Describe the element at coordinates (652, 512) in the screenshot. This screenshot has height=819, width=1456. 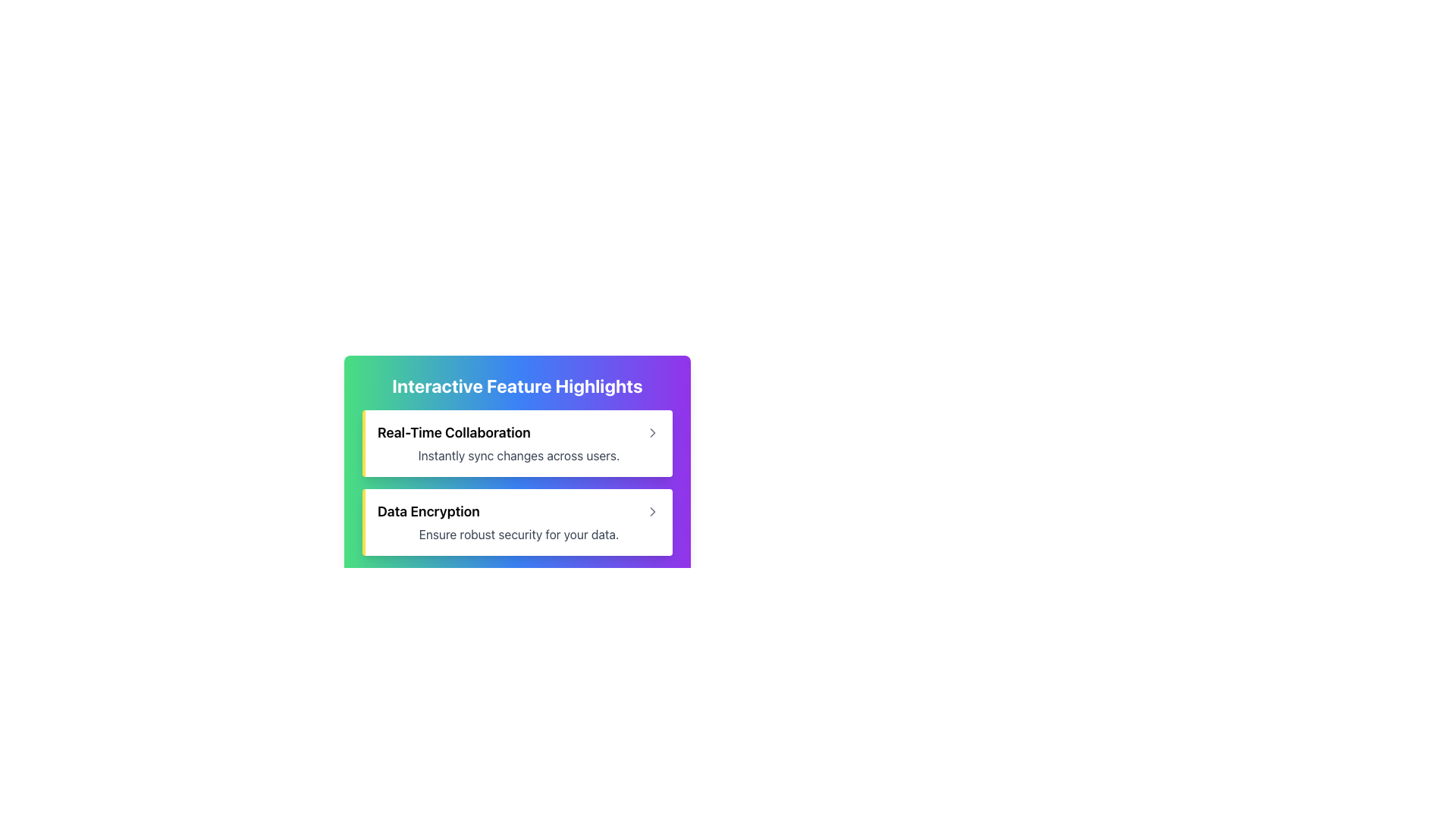
I see `the right-facing chevron icon, which is an outline-only design in gray, located at the far right of the 'Data Encryption' row under the 'Interactive Feature Highlights' section` at that location.